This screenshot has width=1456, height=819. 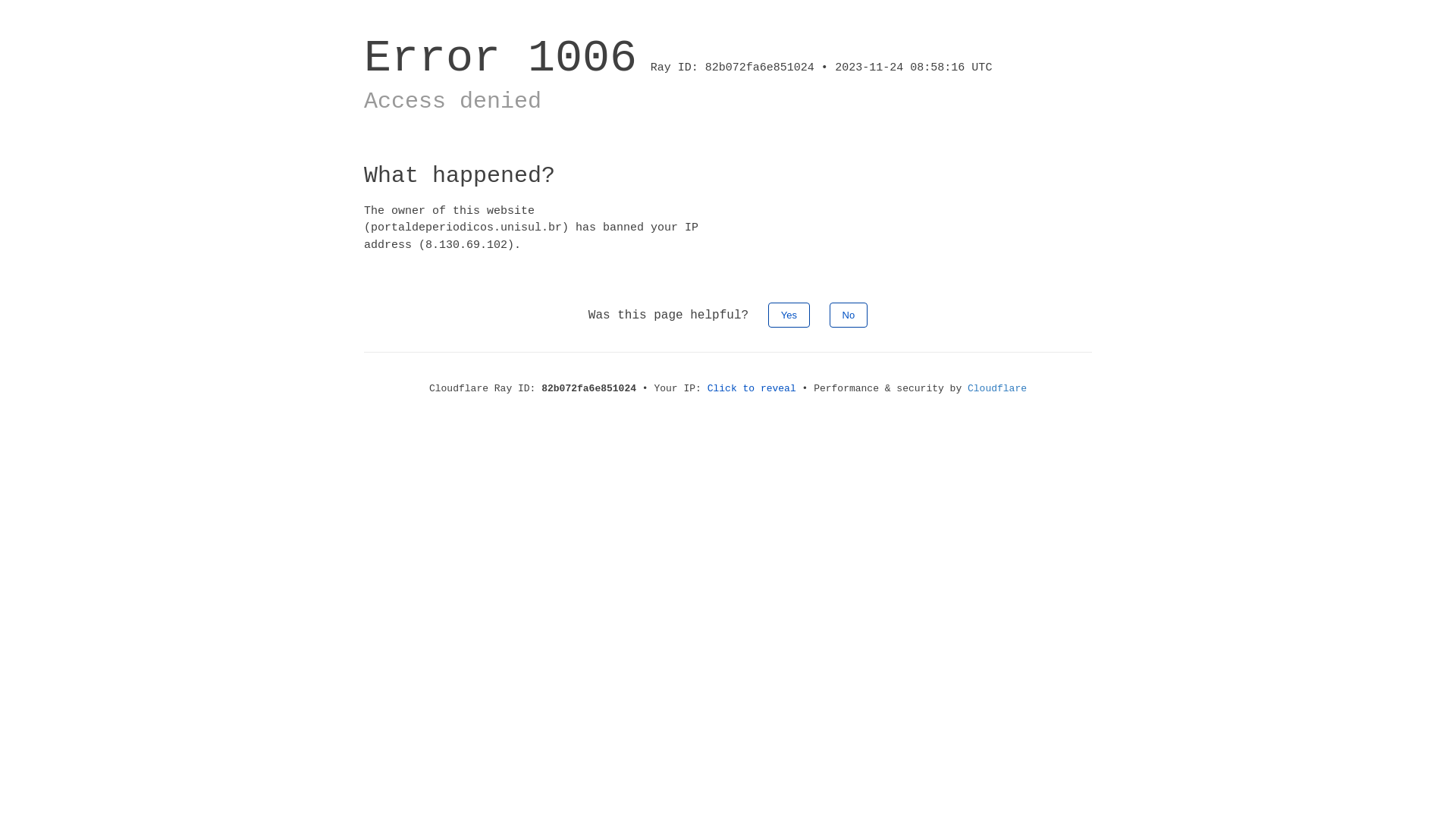 What do you see at coordinates (706, 388) in the screenshot?
I see `'Click to reveal'` at bounding box center [706, 388].